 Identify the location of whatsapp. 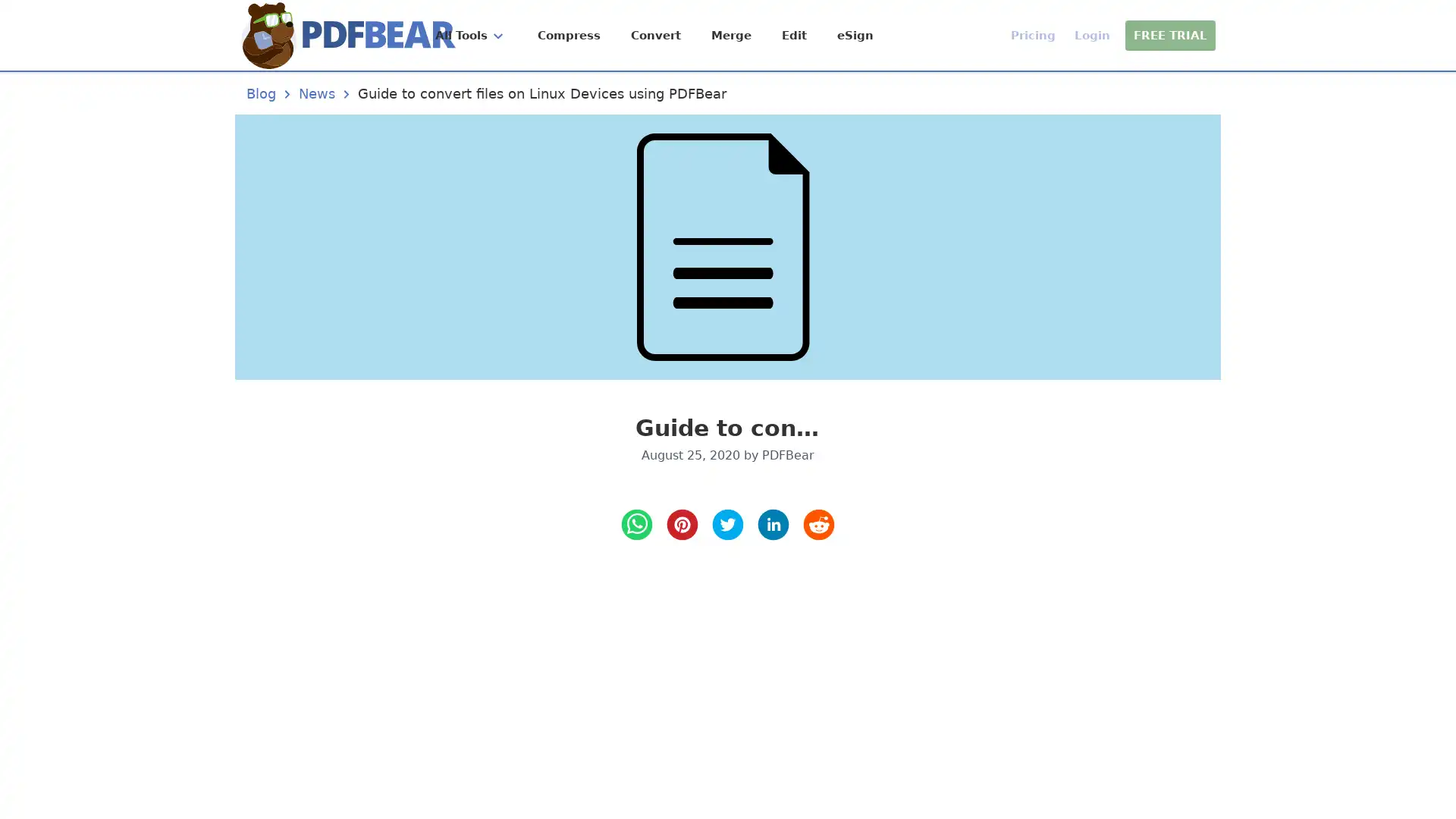
(637, 523).